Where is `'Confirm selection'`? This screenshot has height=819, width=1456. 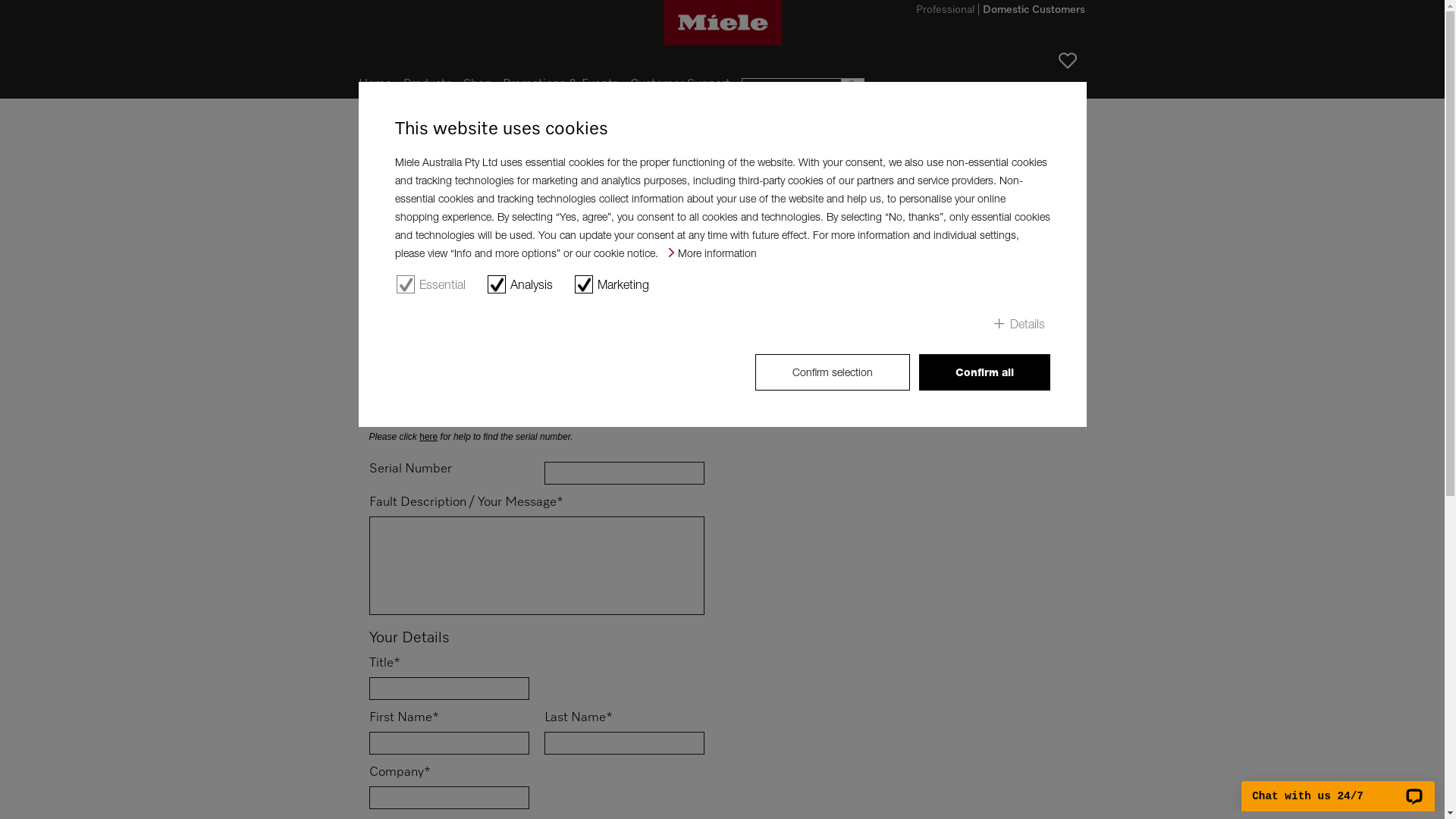
'Confirm selection' is located at coordinates (832, 372).